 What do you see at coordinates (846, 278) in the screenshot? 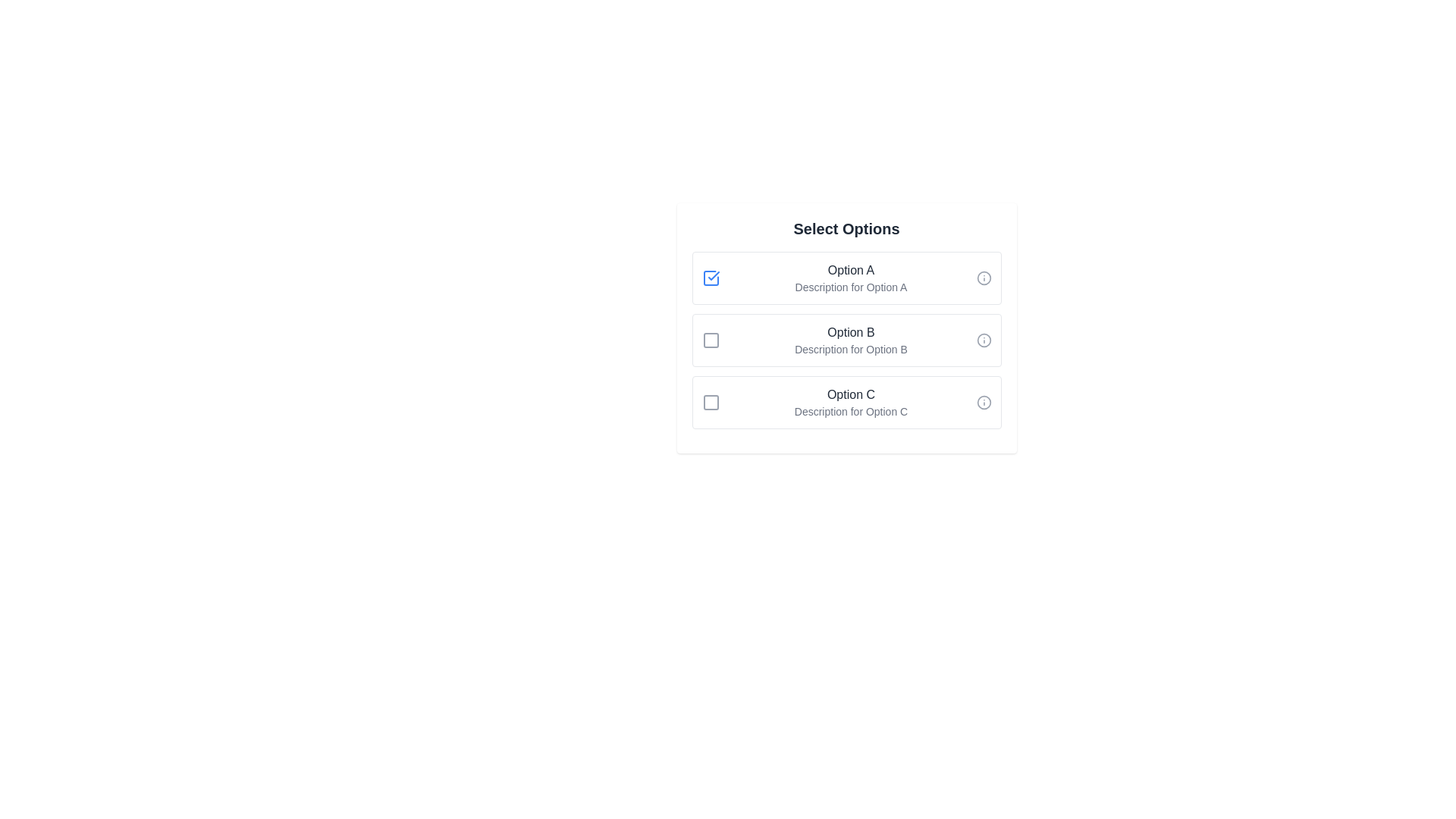
I see `the item corresponding to Option A to highlight it` at bounding box center [846, 278].